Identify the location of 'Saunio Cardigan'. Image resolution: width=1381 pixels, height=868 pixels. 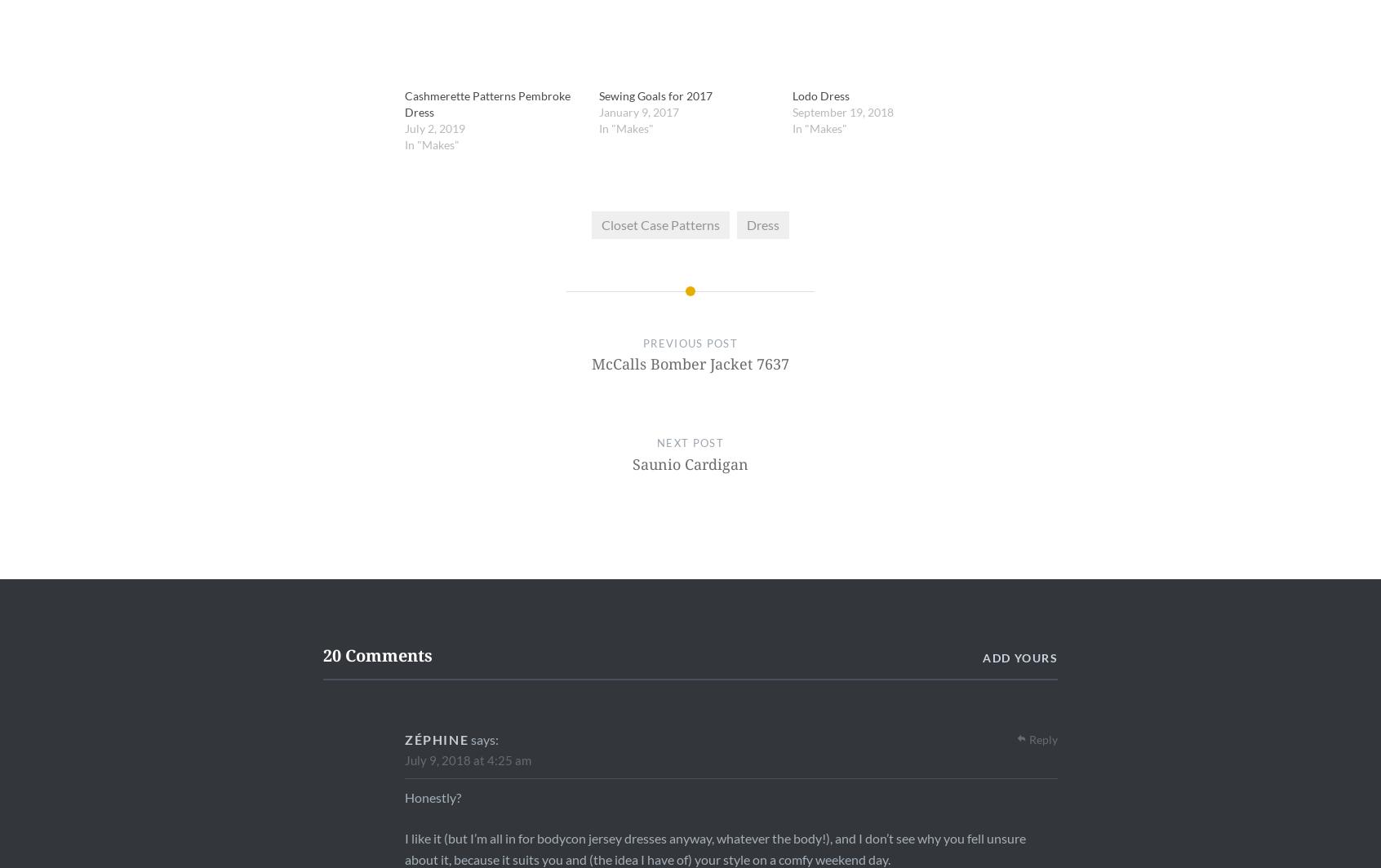
(689, 463).